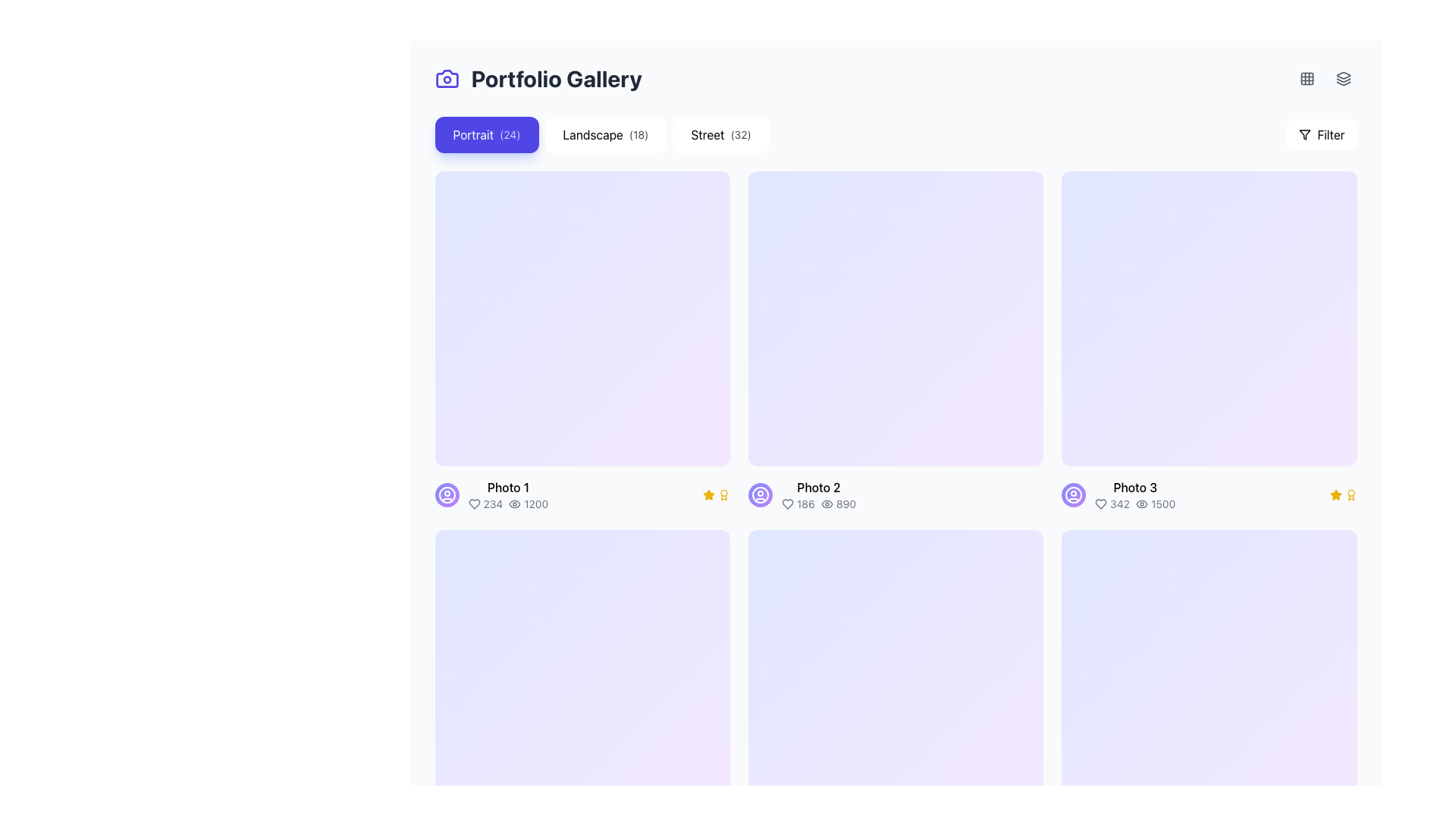 Image resolution: width=1456 pixels, height=819 pixels. What do you see at coordinates (741, 133) in the screenshot?
I see `information displayed in the text label '(32)' next to the 'Street' button in the top navigation area` at bounding box center [741, 133].